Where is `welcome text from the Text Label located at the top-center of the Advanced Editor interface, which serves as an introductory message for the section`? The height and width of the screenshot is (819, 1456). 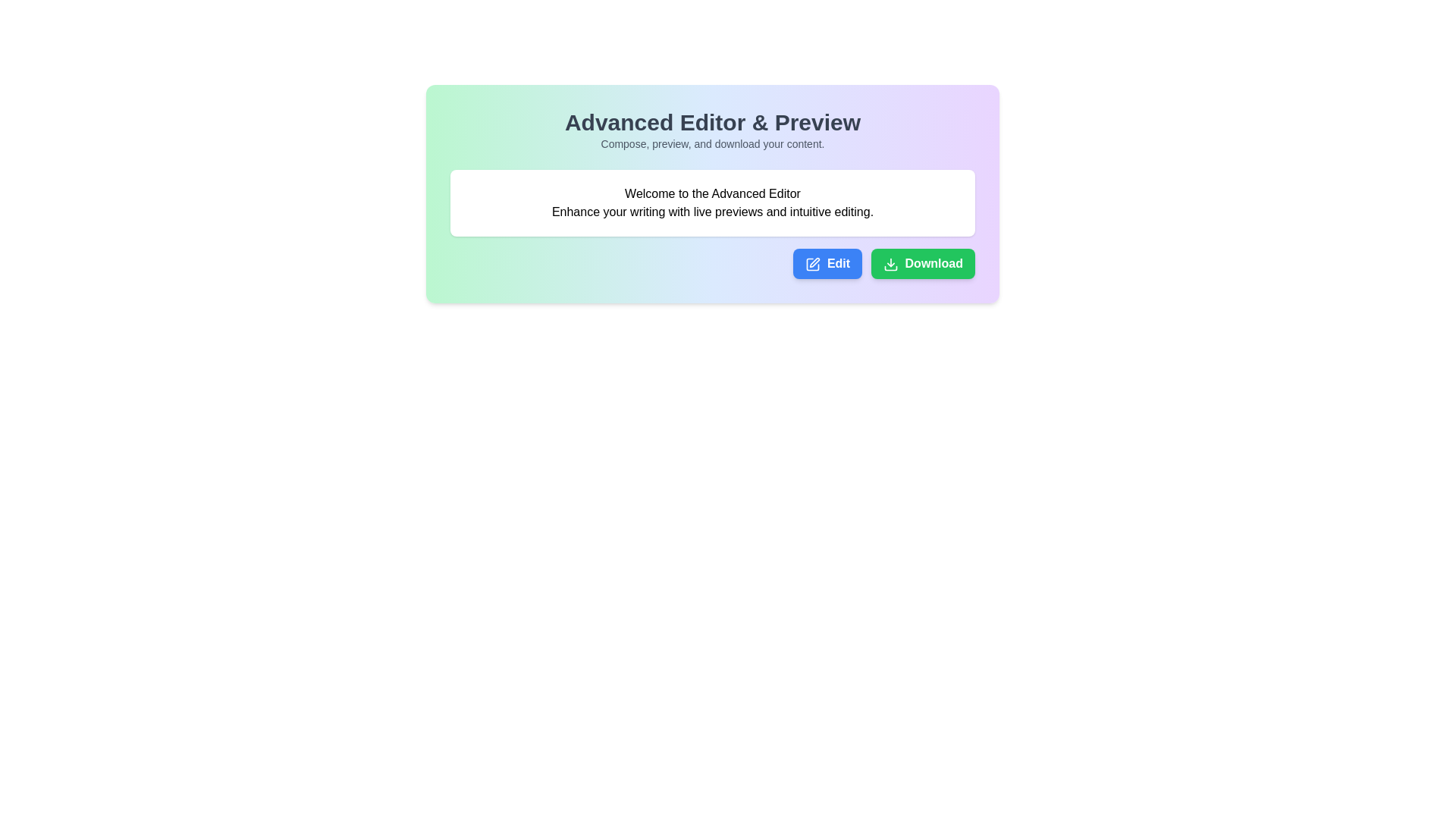 welcome text from the Text Label located at the top-center of the Advanced Editor interface, which serves as an introductory message for the section is located at coordinates (712, 193).